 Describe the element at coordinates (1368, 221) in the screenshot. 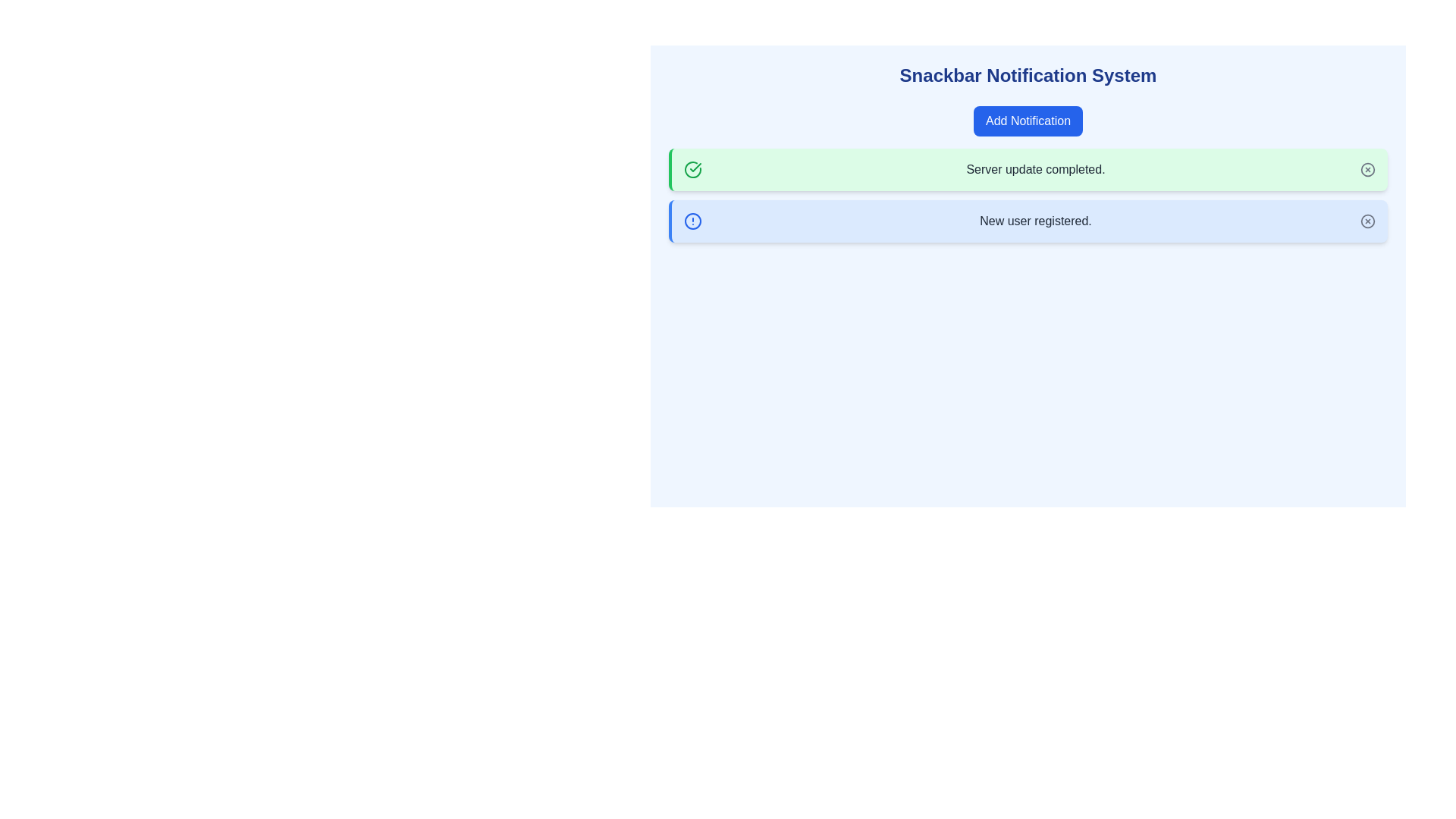

I see `the close button of the notification labeled 'New user registered.'` at that location.